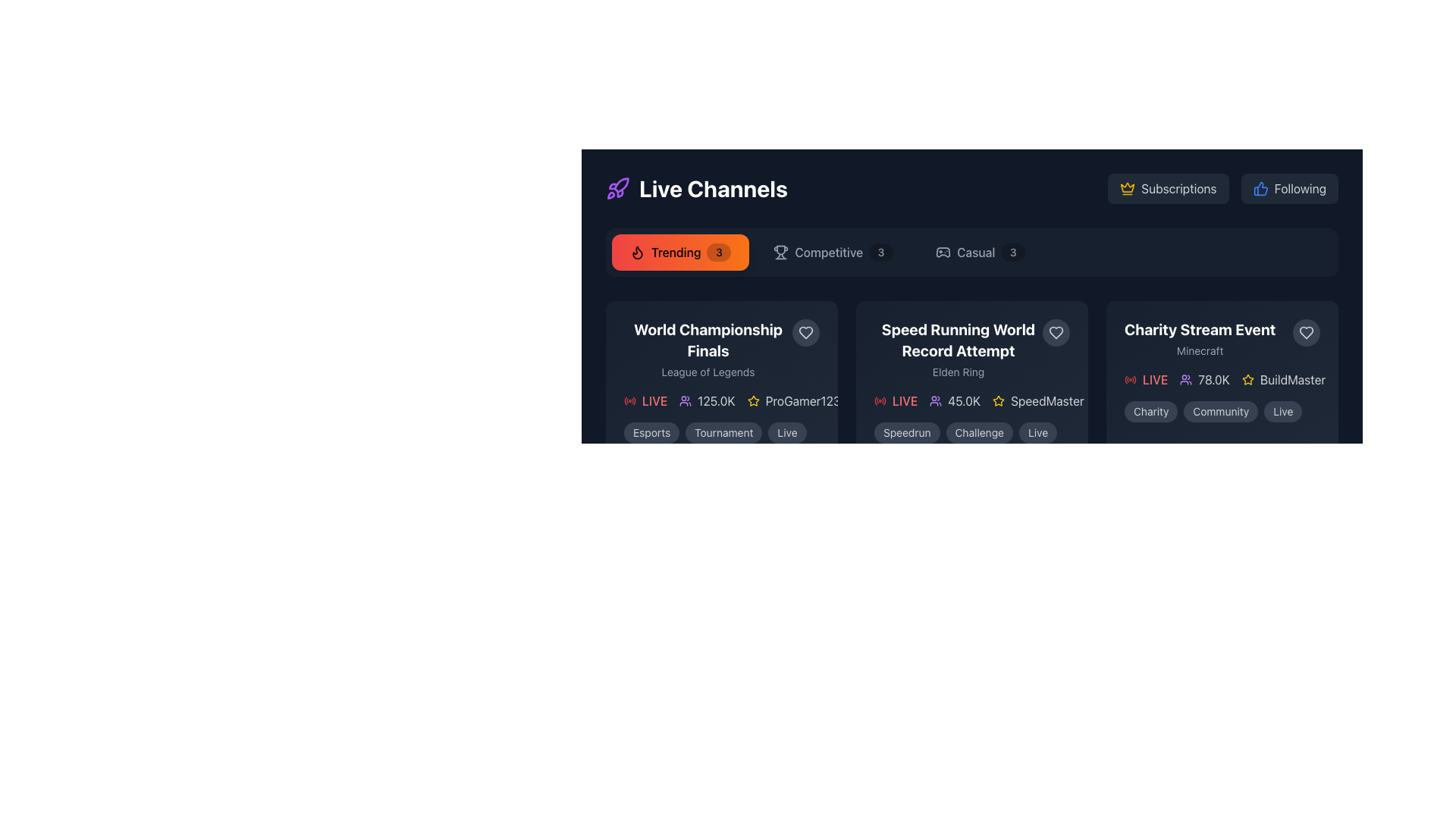 This screenshot has width=1456, height=819. I want to click on the live indicator text label for the 'World Championship Finals', so click(654, 400).